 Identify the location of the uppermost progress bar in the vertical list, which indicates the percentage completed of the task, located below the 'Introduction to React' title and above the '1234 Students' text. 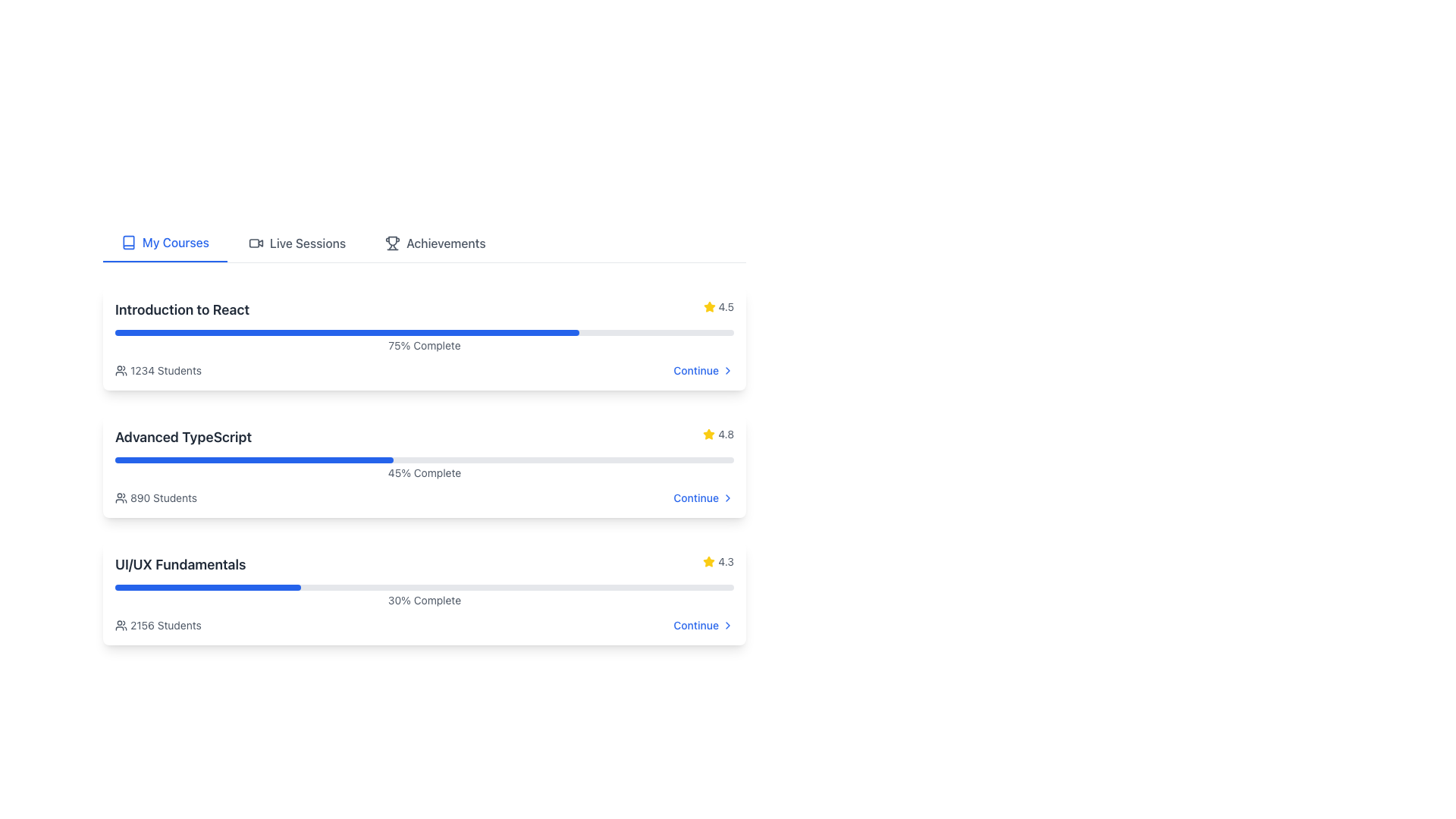
(425, 332).